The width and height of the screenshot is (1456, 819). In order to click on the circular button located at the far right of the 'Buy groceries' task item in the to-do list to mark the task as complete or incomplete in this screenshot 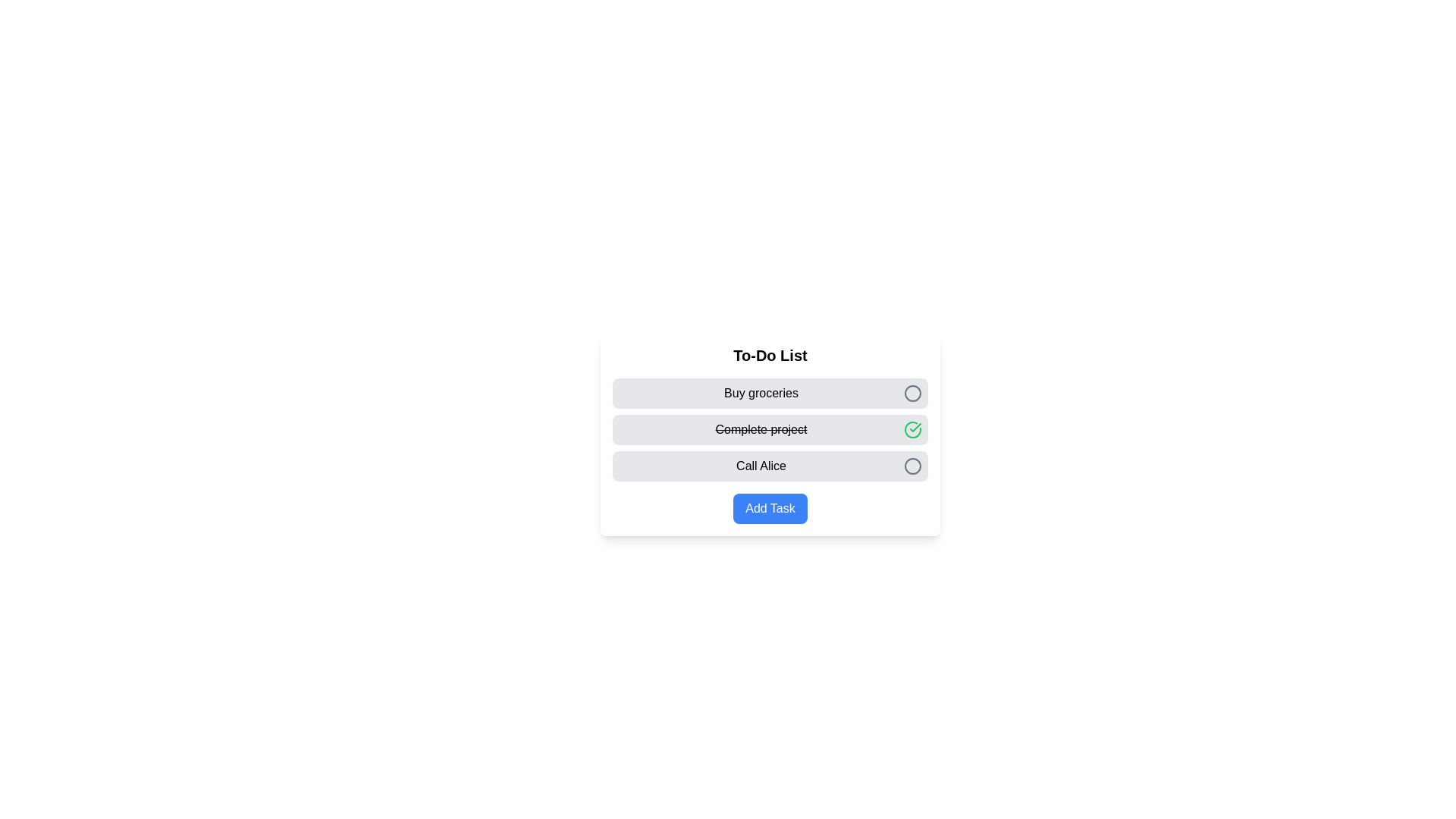, I will do `click(912, 393)`.